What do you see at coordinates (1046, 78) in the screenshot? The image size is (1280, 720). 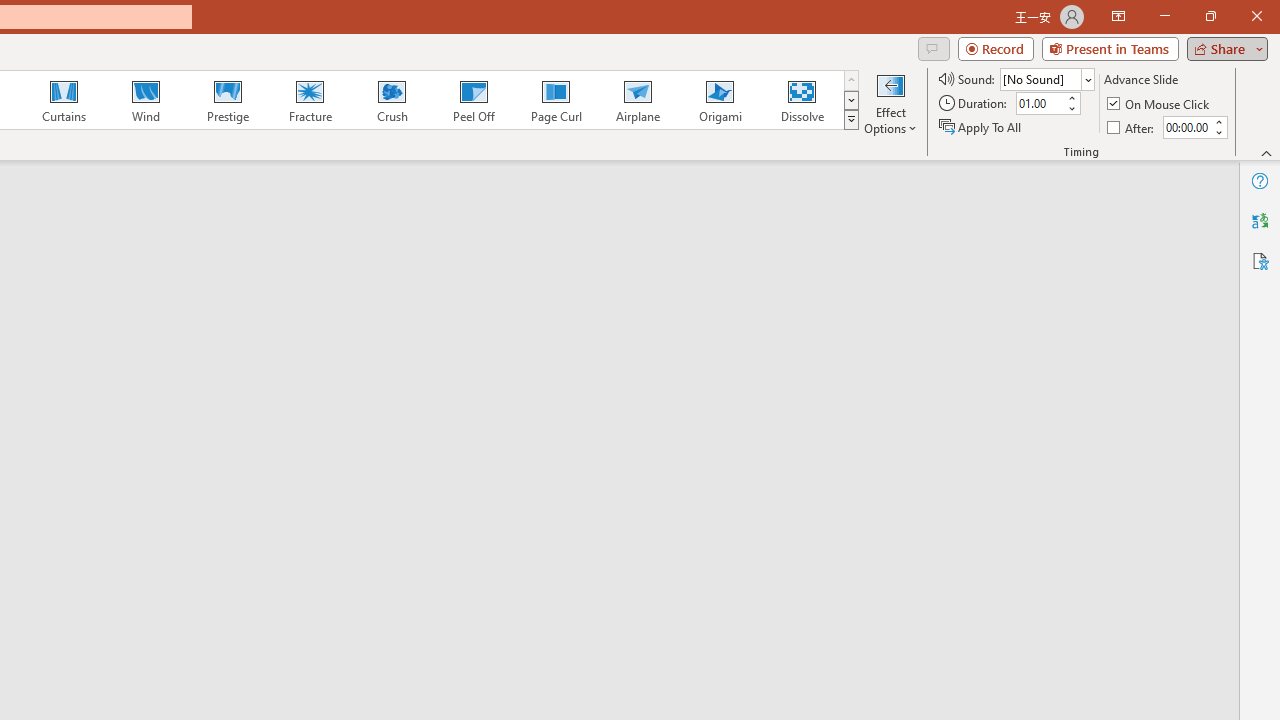 I see `'Sound'` at bounding box center [1046, 78].